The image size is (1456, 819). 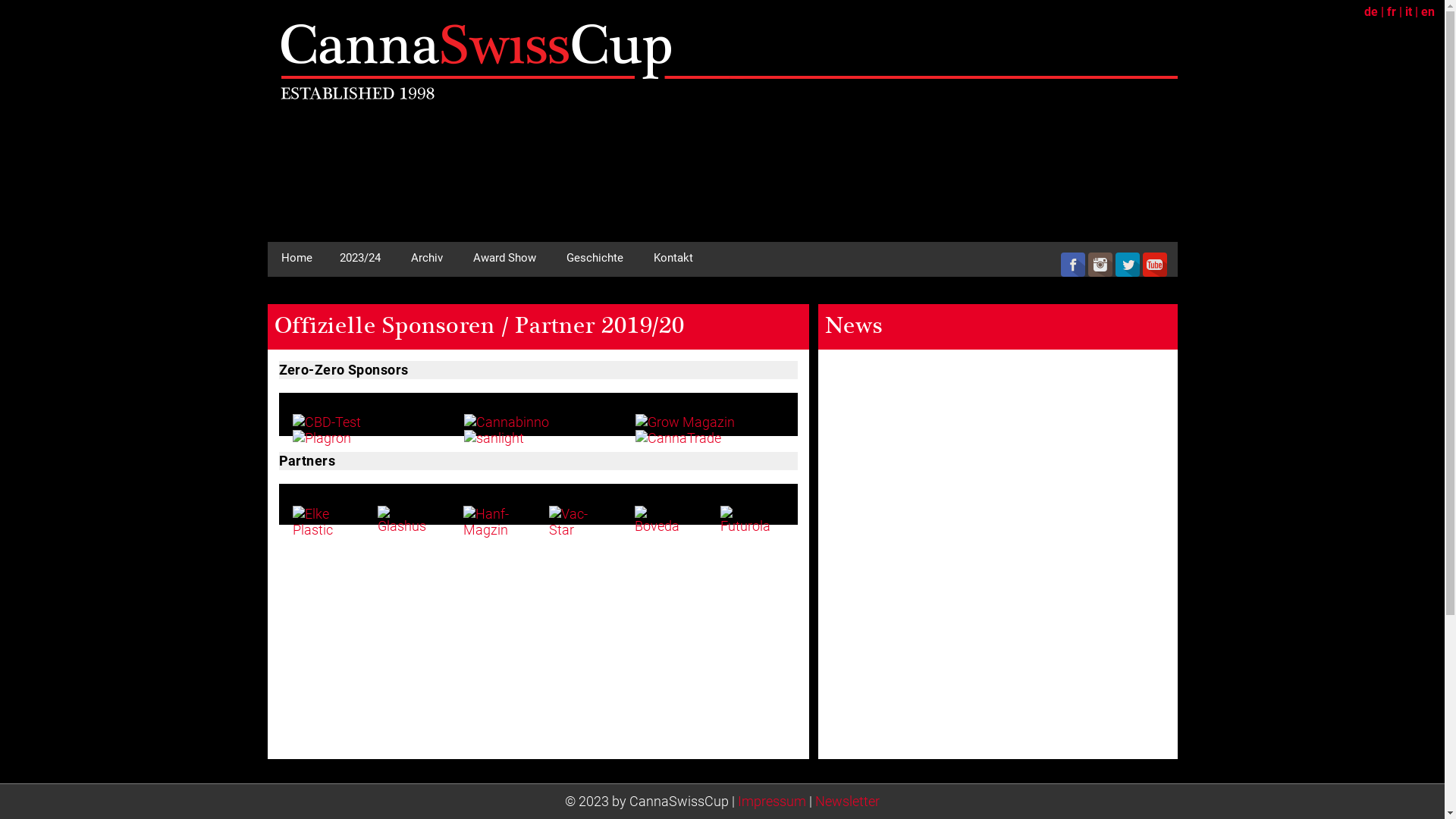 What do you see at coordinates (846, 800) in the screenshot?
I see `'Newsletter'` at bounding box center [846, 800].